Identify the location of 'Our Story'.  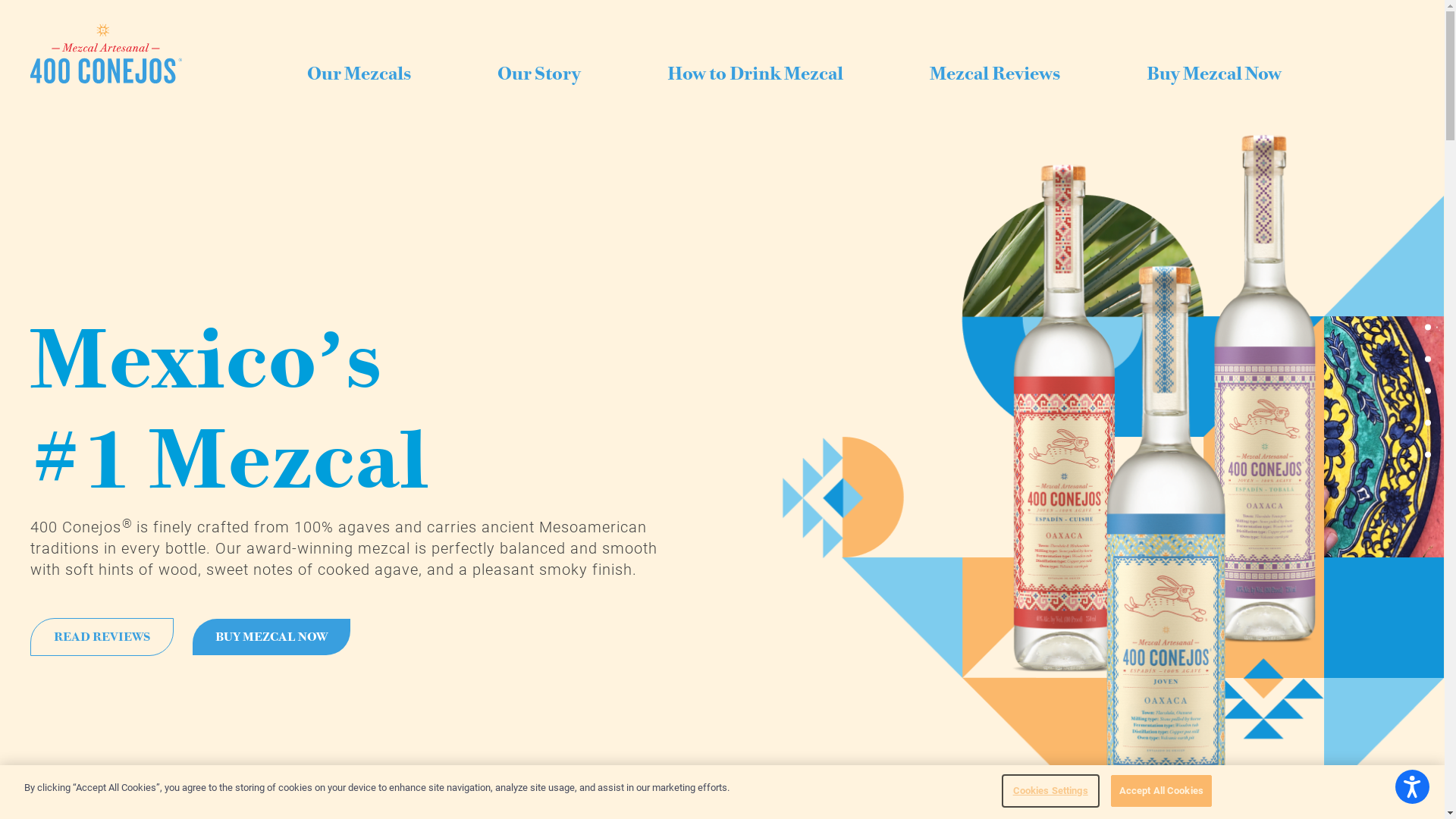
(538, 76).